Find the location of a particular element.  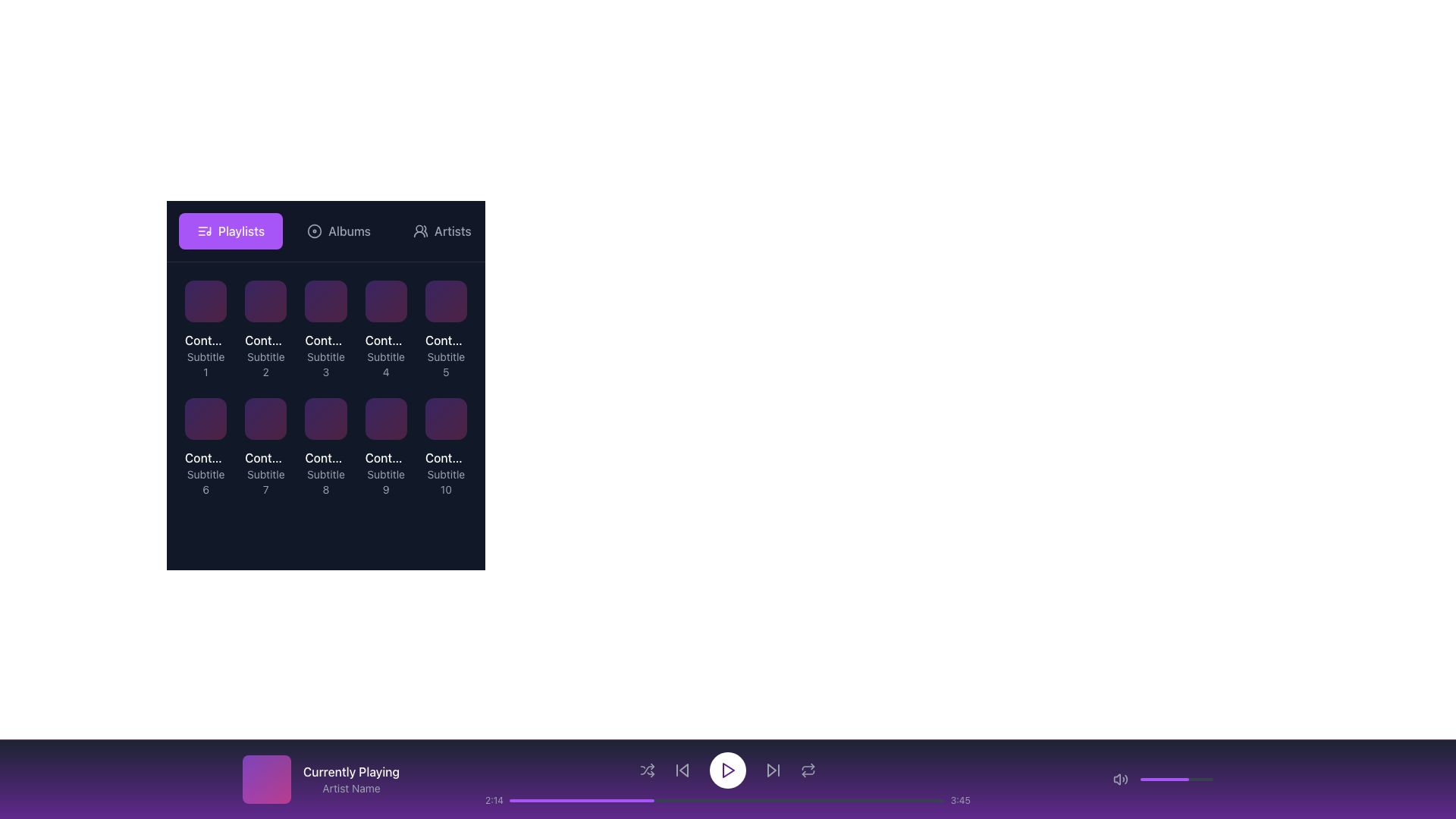

the volume slider is located at coordinates (1203, 780).